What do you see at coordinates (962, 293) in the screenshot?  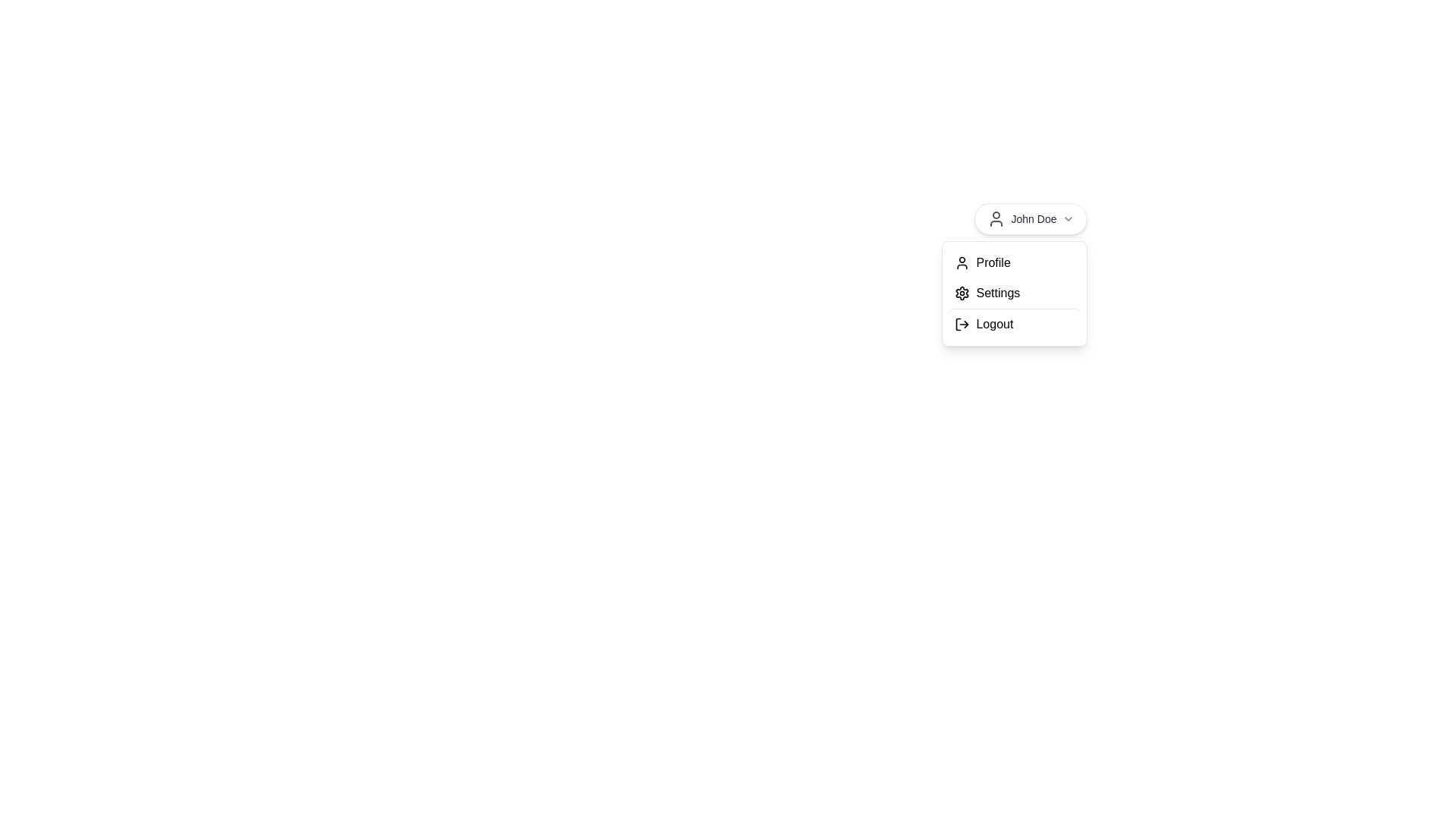 I see `the settings icon located in the dropdown menu, which is positioned second from the top and adjacent to the 'Settings' text label` at bounding box center [962, 293].